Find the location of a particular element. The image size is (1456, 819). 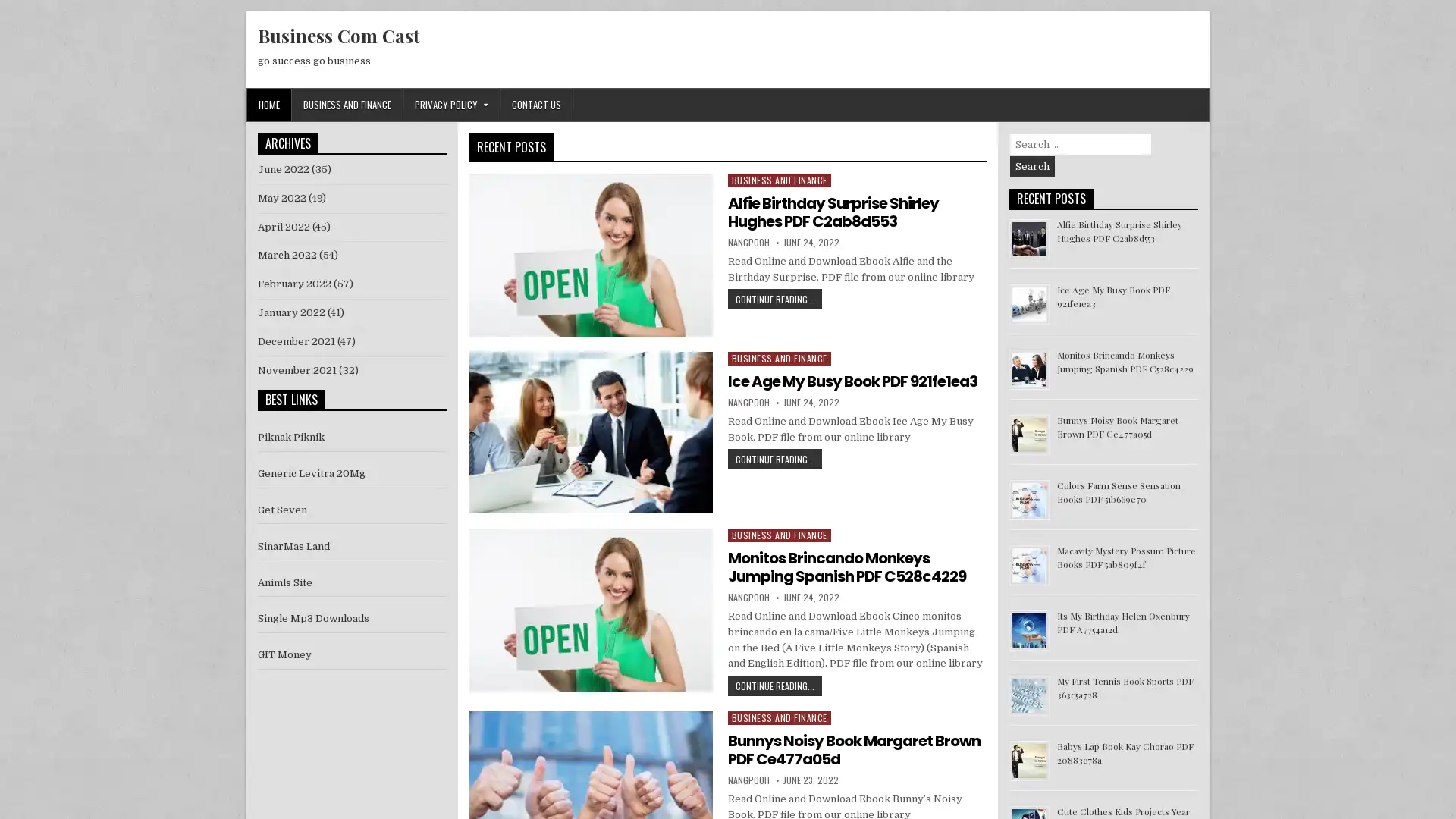

Search is located at coordinates (1031, 166).